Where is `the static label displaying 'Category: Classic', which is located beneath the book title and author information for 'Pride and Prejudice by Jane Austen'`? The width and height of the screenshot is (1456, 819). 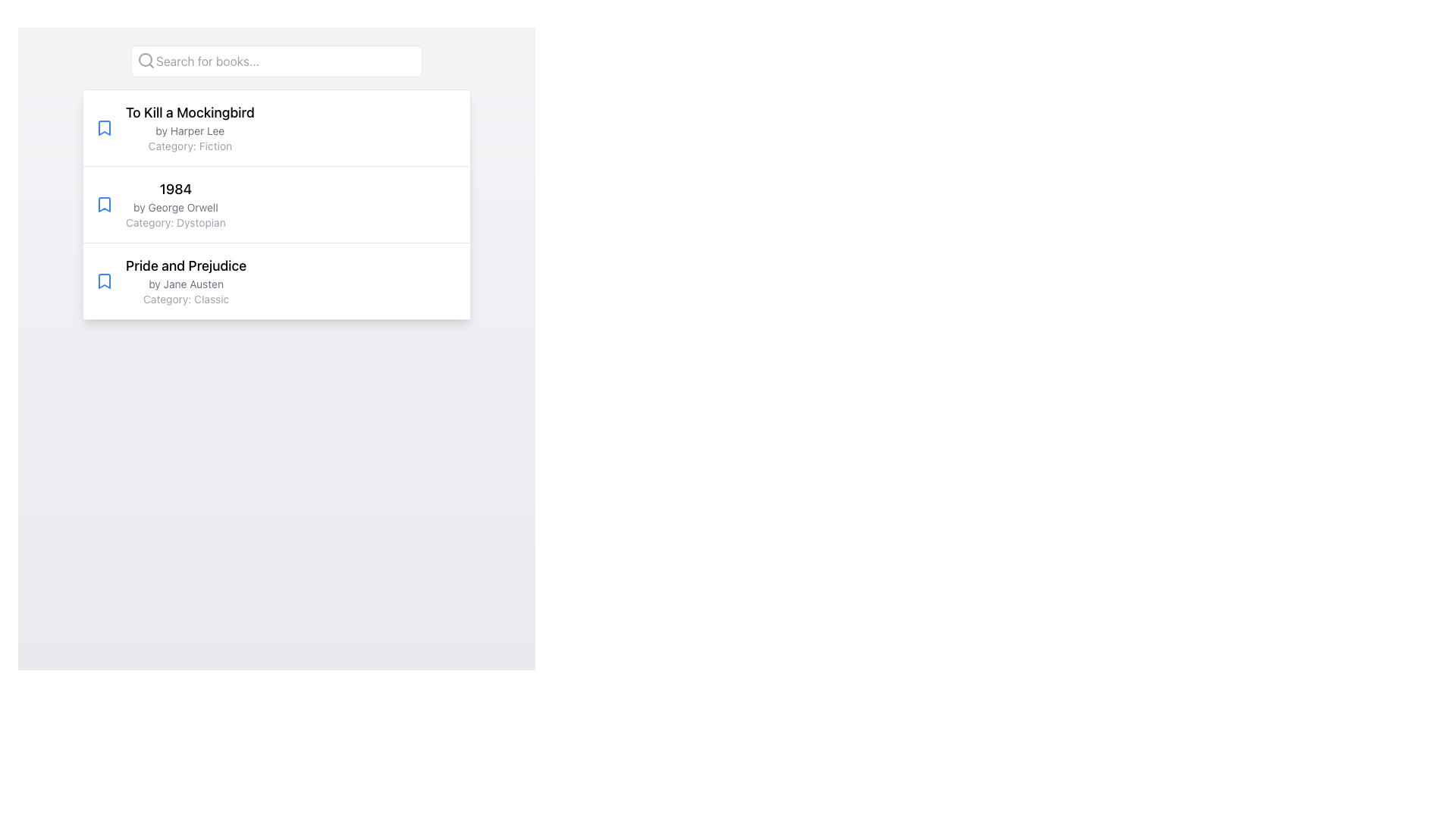 the static label displaying 'Category: Classic', which is located beneath the book title and author information for 'Pride and Prejudice by Jane Austen' is located at coordinates (185, 299).